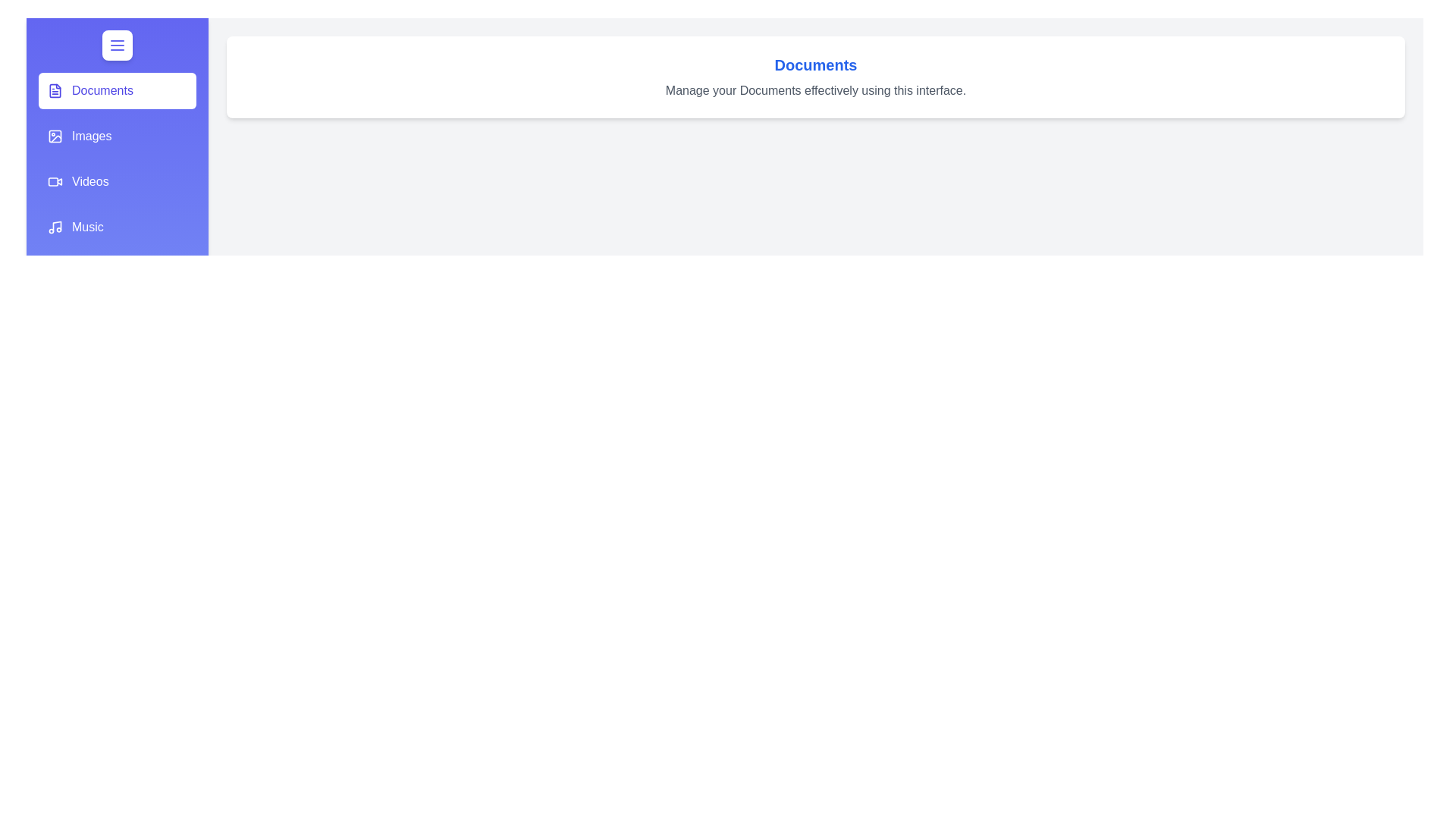 The width and height of the screenshot is (1456, 819). I want to click on the section Images from the list, so click(116, 136).